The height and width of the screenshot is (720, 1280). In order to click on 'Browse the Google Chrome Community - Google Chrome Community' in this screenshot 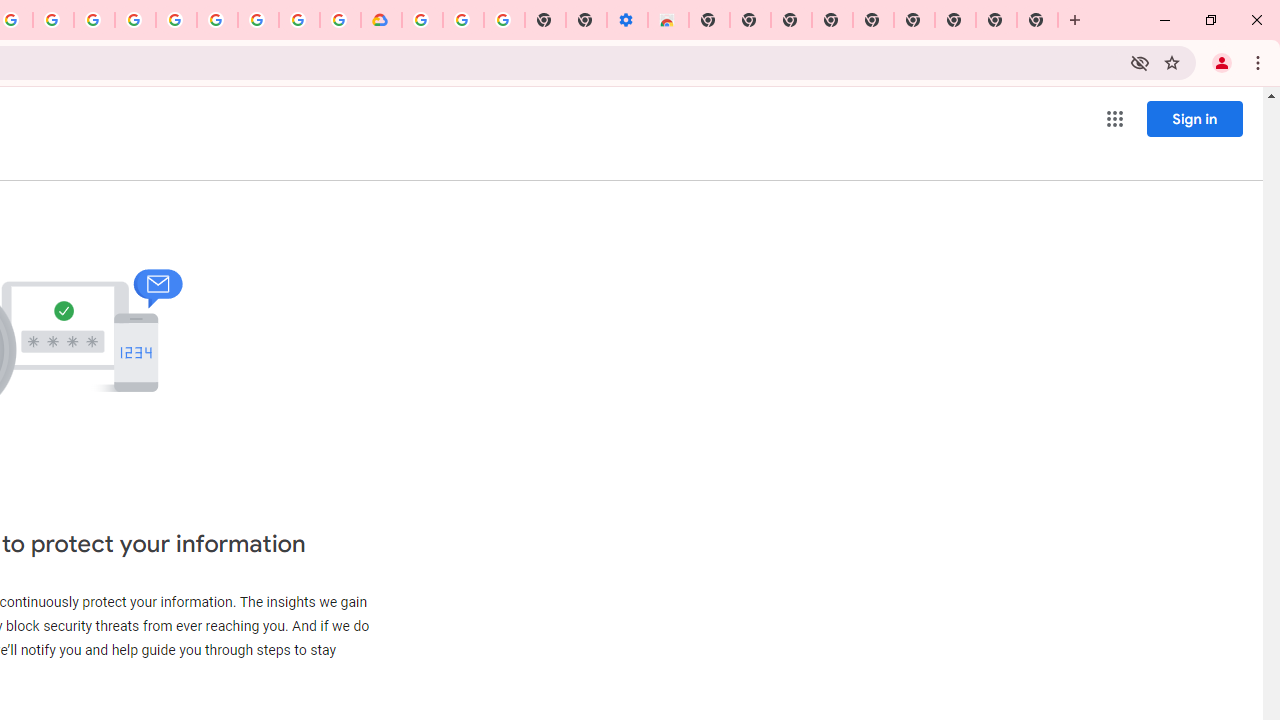, I will do `click(340, 20)`.